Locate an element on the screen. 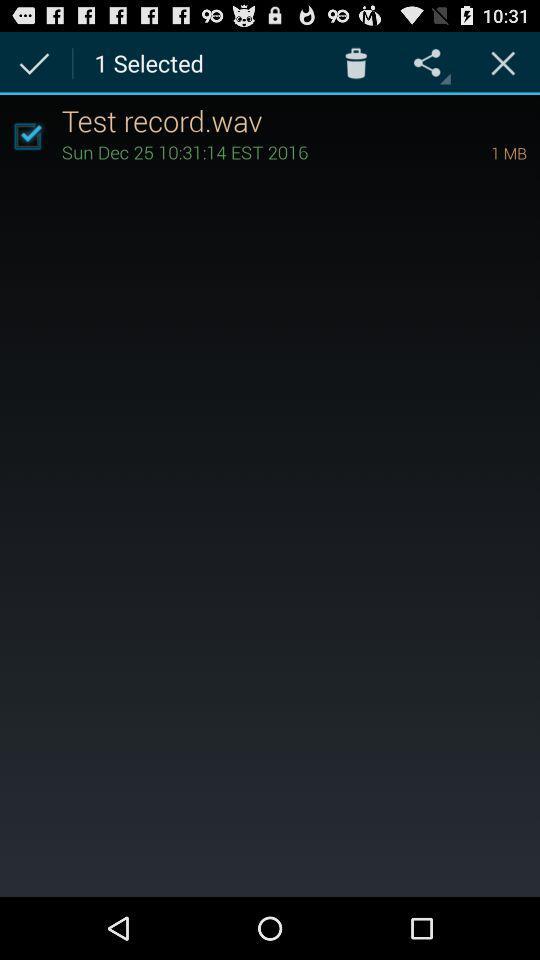  the app next to the 1 selected icon is located at coordinates (355, 62).